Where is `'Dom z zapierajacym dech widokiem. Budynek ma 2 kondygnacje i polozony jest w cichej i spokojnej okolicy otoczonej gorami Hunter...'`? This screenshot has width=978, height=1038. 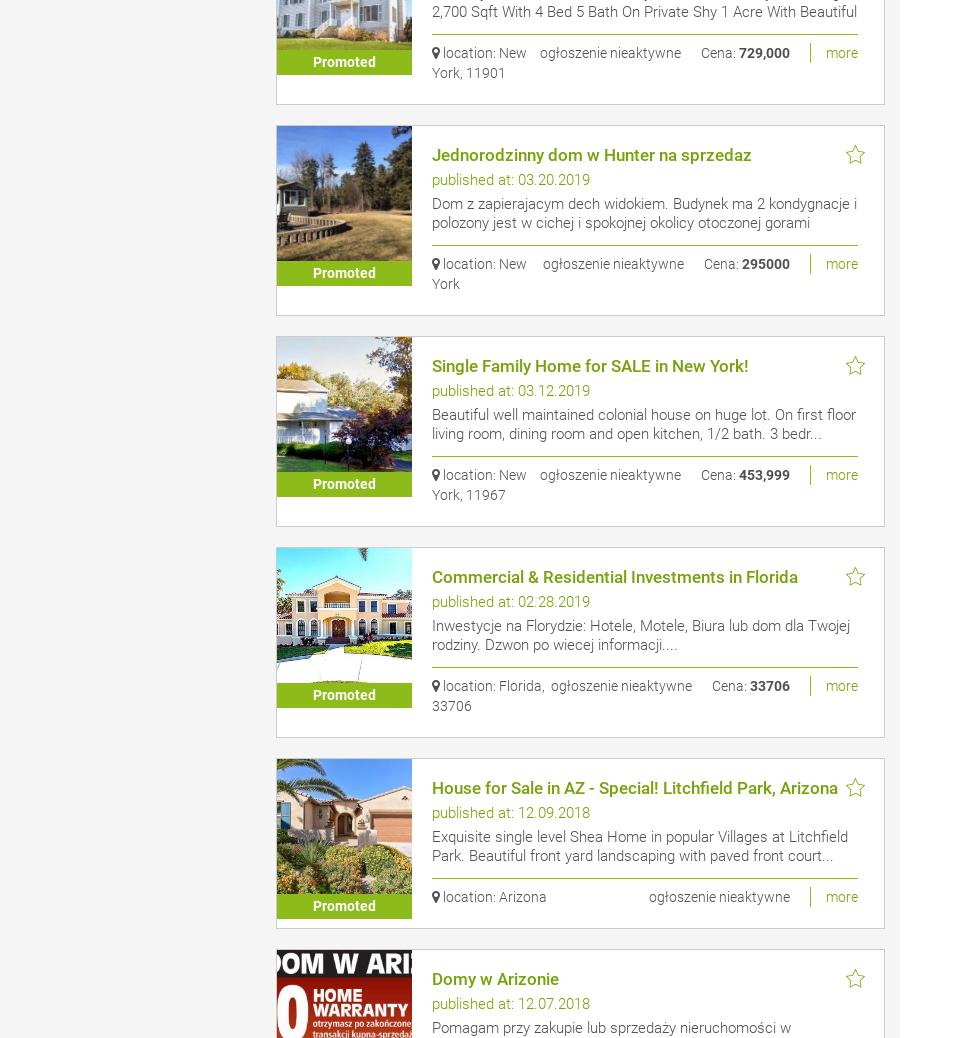 'Dom z zapierajacym dech widokiem. Budynek ma 2 kondygnacje i polozony jest w cichej i spokojnej okolicy otoczonej gorami Hunter...' is located at coordinates (643, 221).